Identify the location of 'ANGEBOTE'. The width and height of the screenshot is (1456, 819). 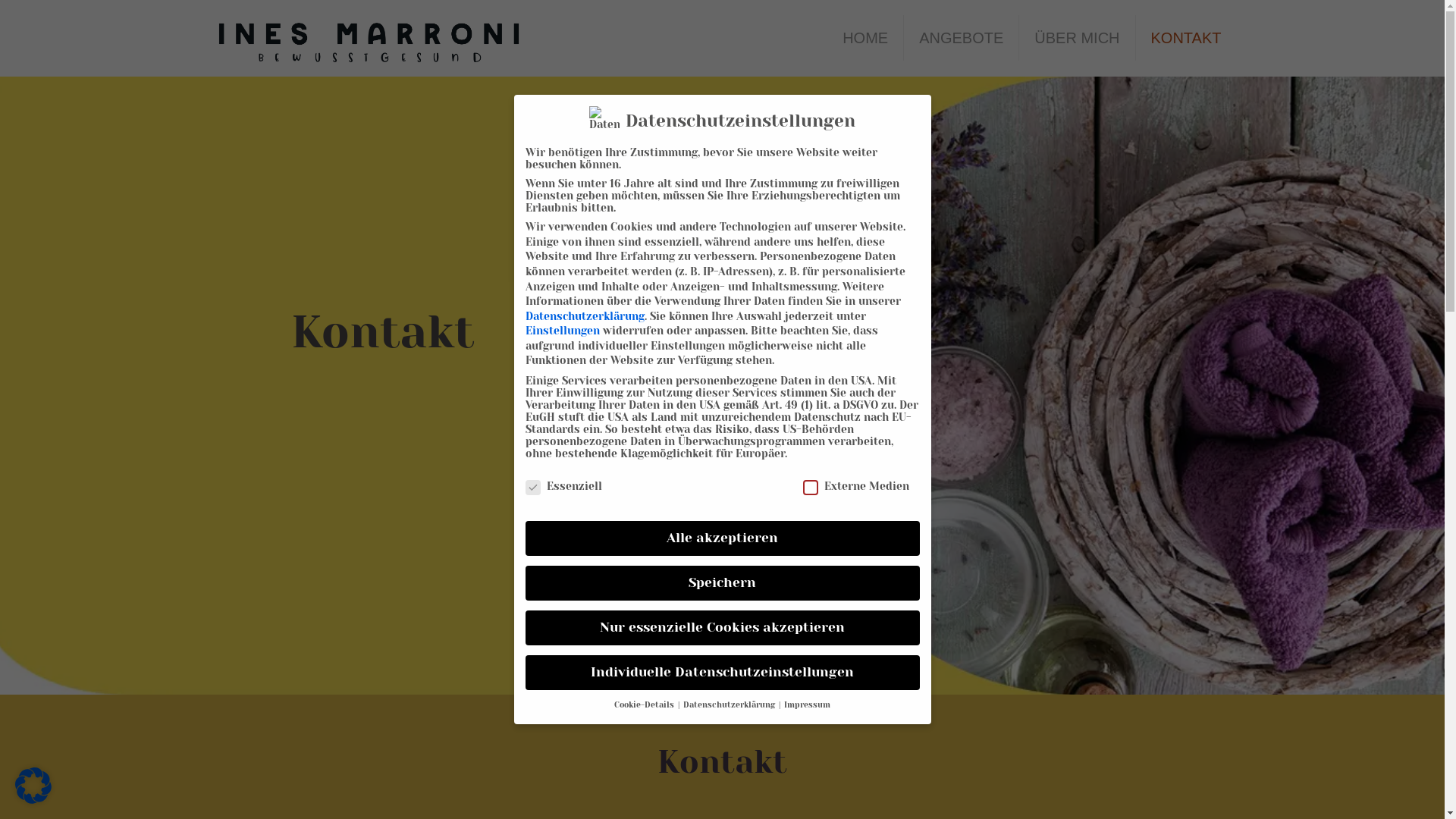
(960, 37).